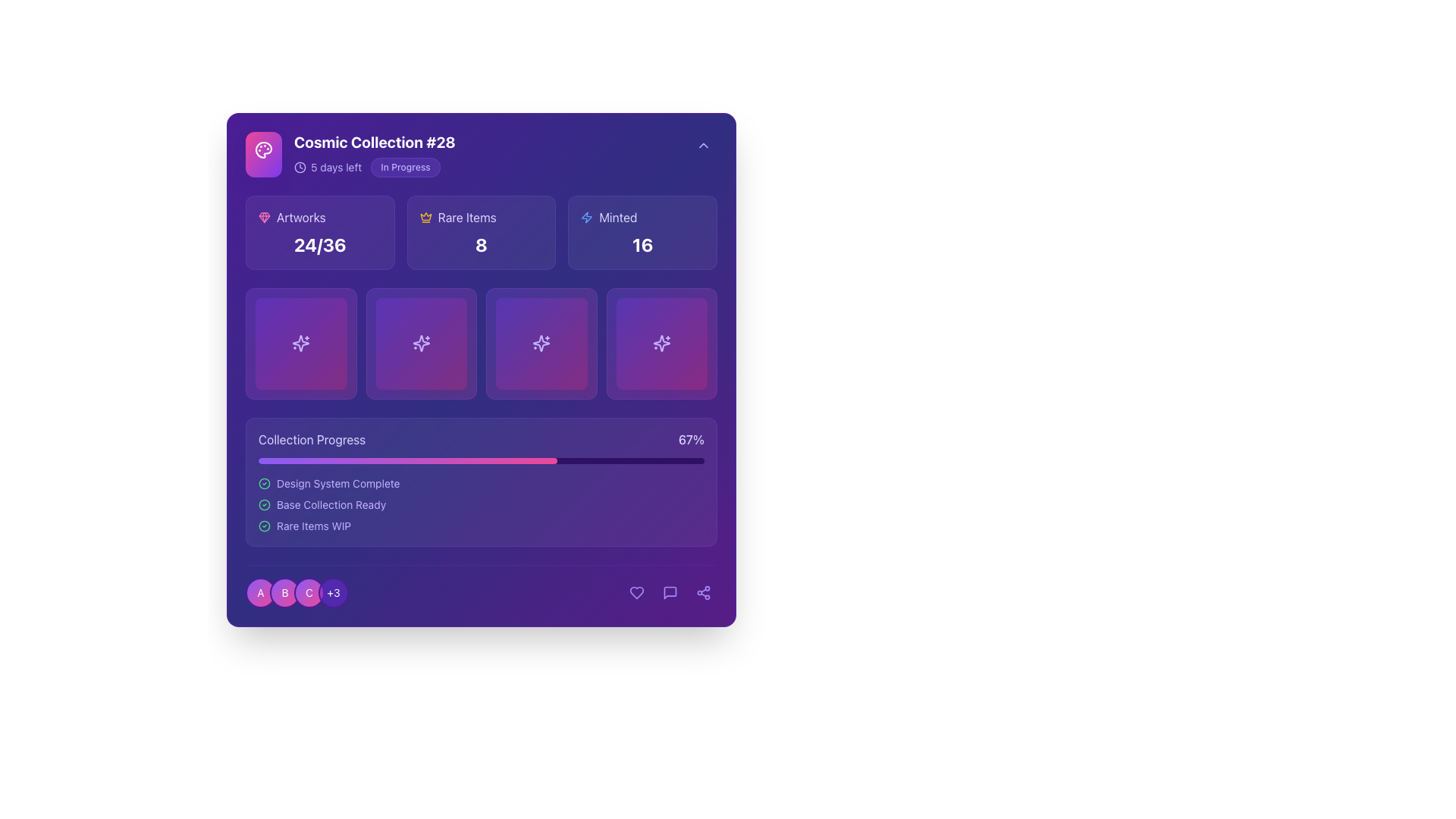 This screenshot has height=819, width=1456. I want to click on the circular violet clock icon located in the '5 days left' section, positioned to the left of the text, so click(300, 167).